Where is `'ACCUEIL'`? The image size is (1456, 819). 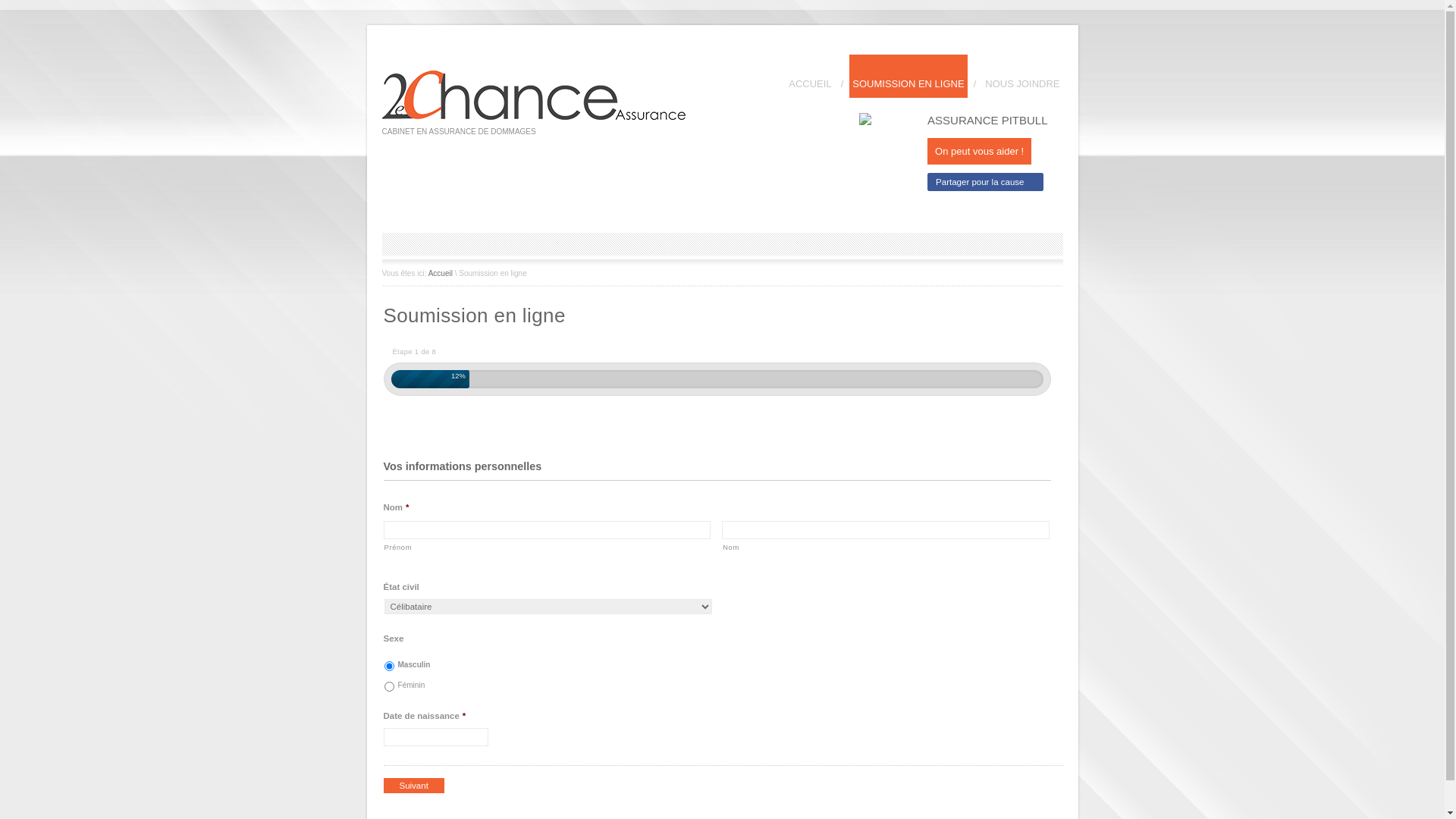
'ACCUEIL' is located at coordinates (808, 76).